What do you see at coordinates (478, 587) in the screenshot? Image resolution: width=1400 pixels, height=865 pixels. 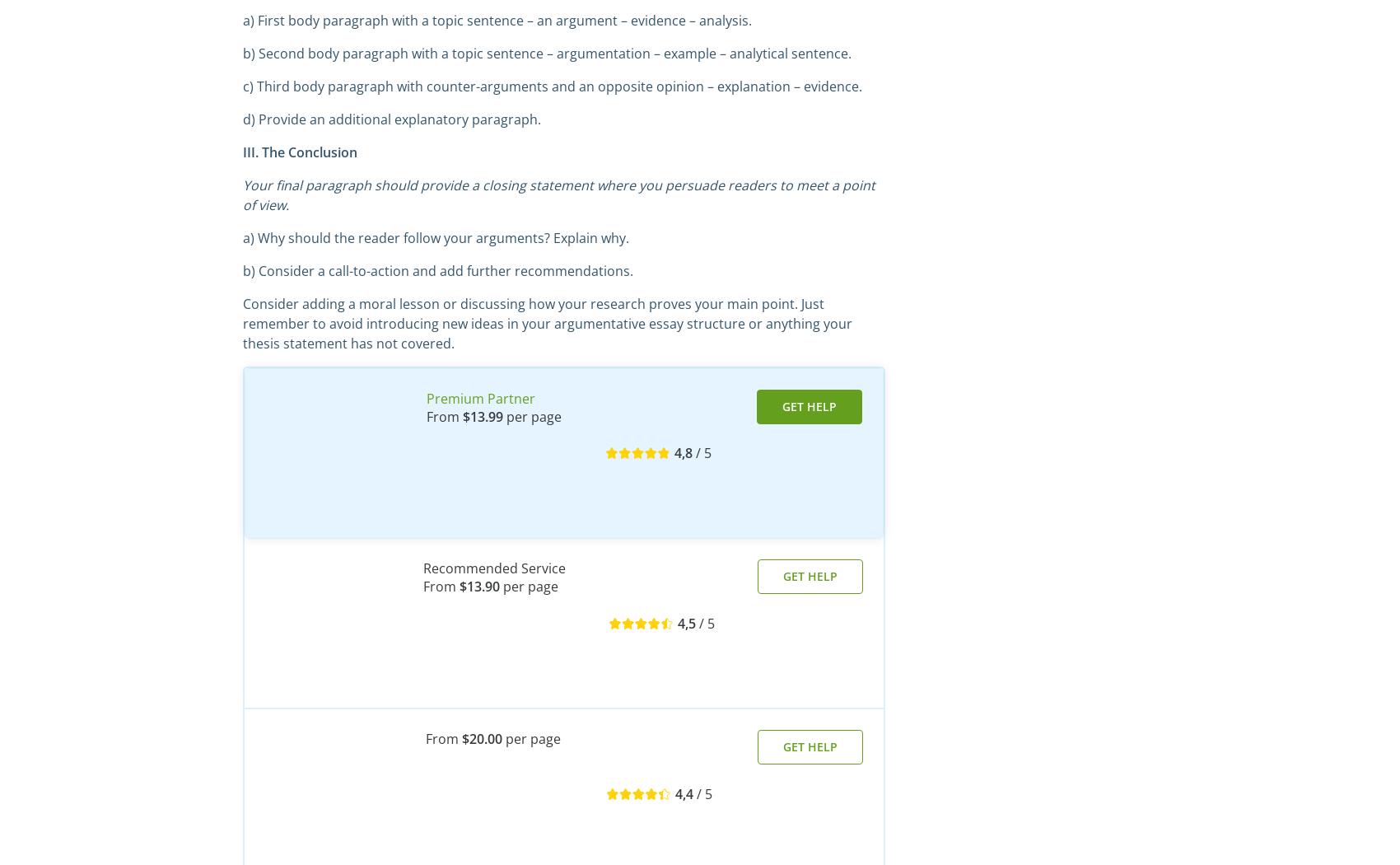 I see `'$13.90'` at bounding box center [478, 587].